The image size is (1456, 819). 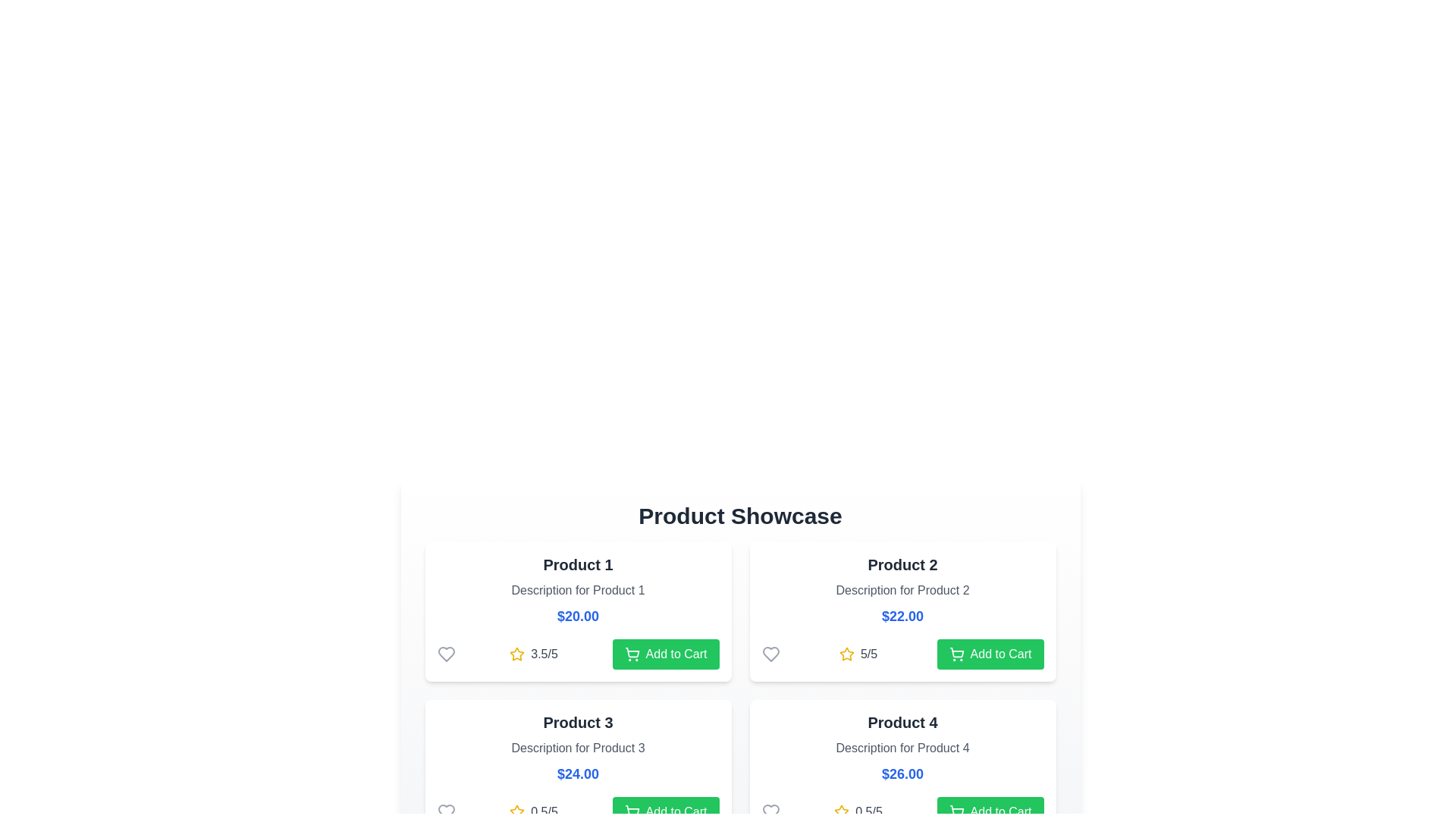 What do you see at coordinates (902, 774) in the screenshot?
I see `price text label indicating the price of 'Product 4', located in the fourth product card, below 'Description for Product 4' and above the rating and 'Add to Cart' button` at bounding box center [902, 774].